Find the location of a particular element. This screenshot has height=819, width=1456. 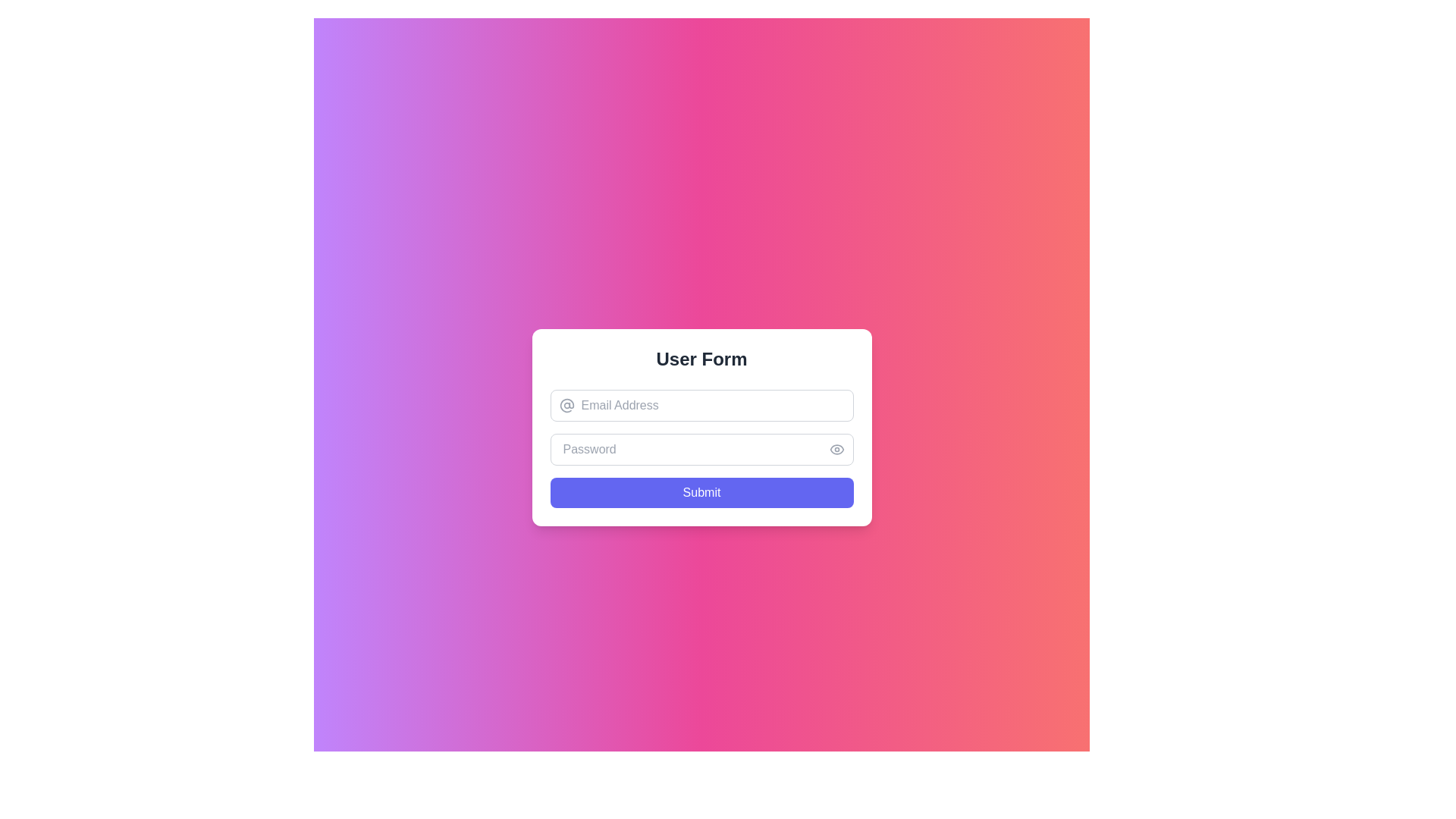

the outer elliptical line of the eye icon located to the right of the password input field is located at coordinates (836, 449).